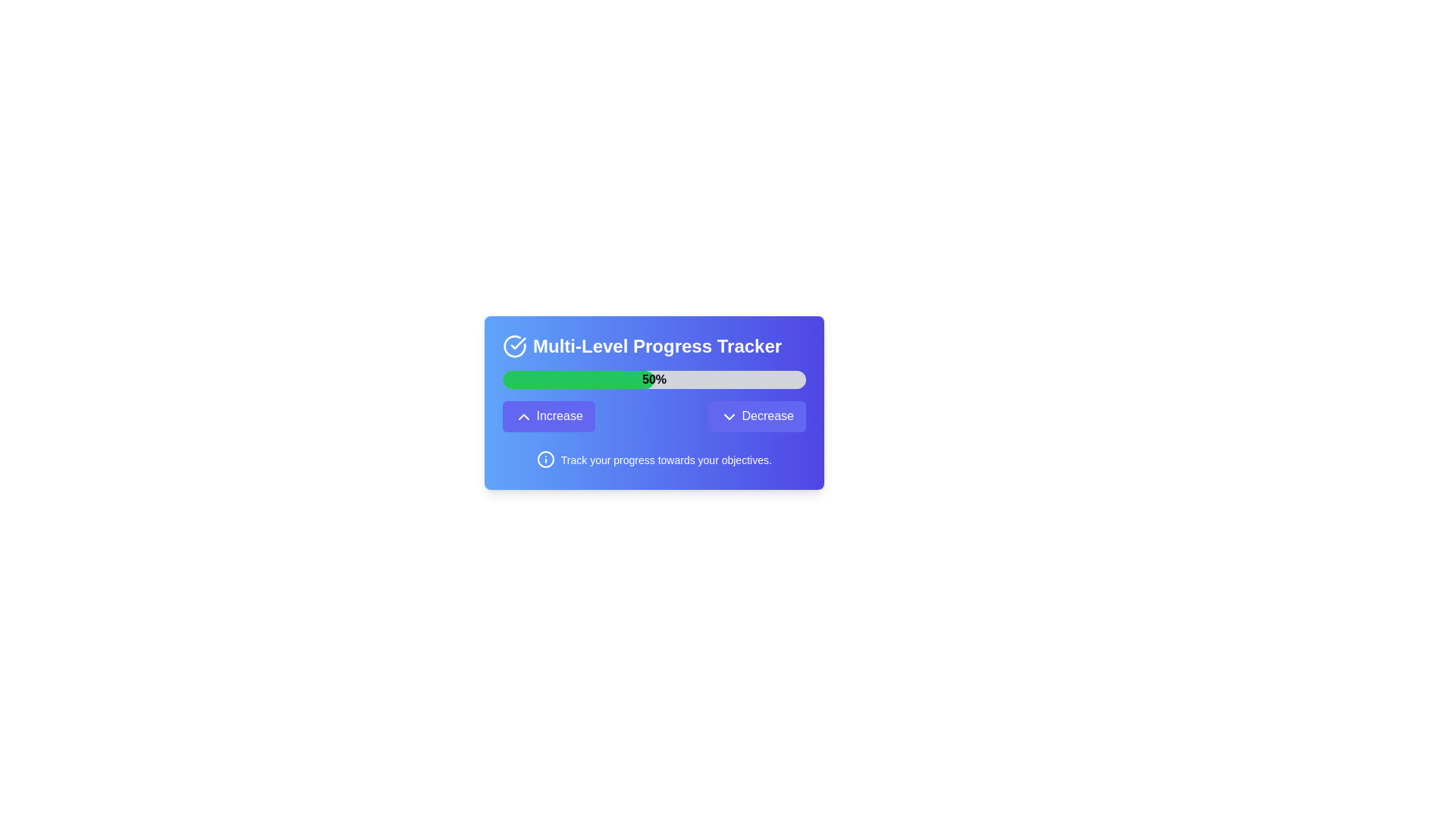  Describe the element at coordinates (654, 346) in the screenshot. I see `the Text Heading with Icon at the top of the gradient card` at that location.